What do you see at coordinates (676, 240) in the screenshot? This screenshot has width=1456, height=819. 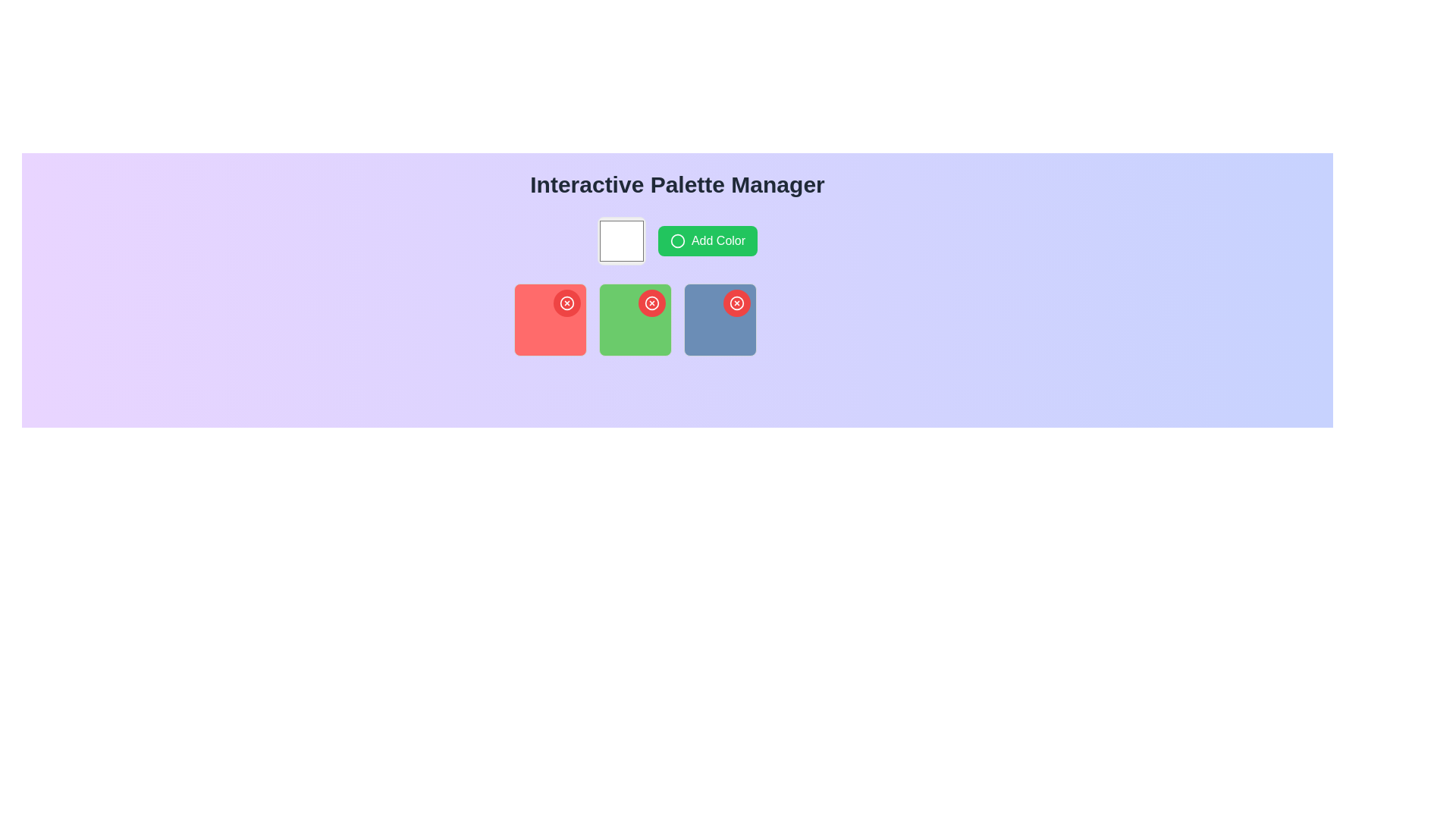 I see `the Circle graphic, which is centered within the green square card located in the second row and second column of the grid layout` at bounding box center [676, 240].